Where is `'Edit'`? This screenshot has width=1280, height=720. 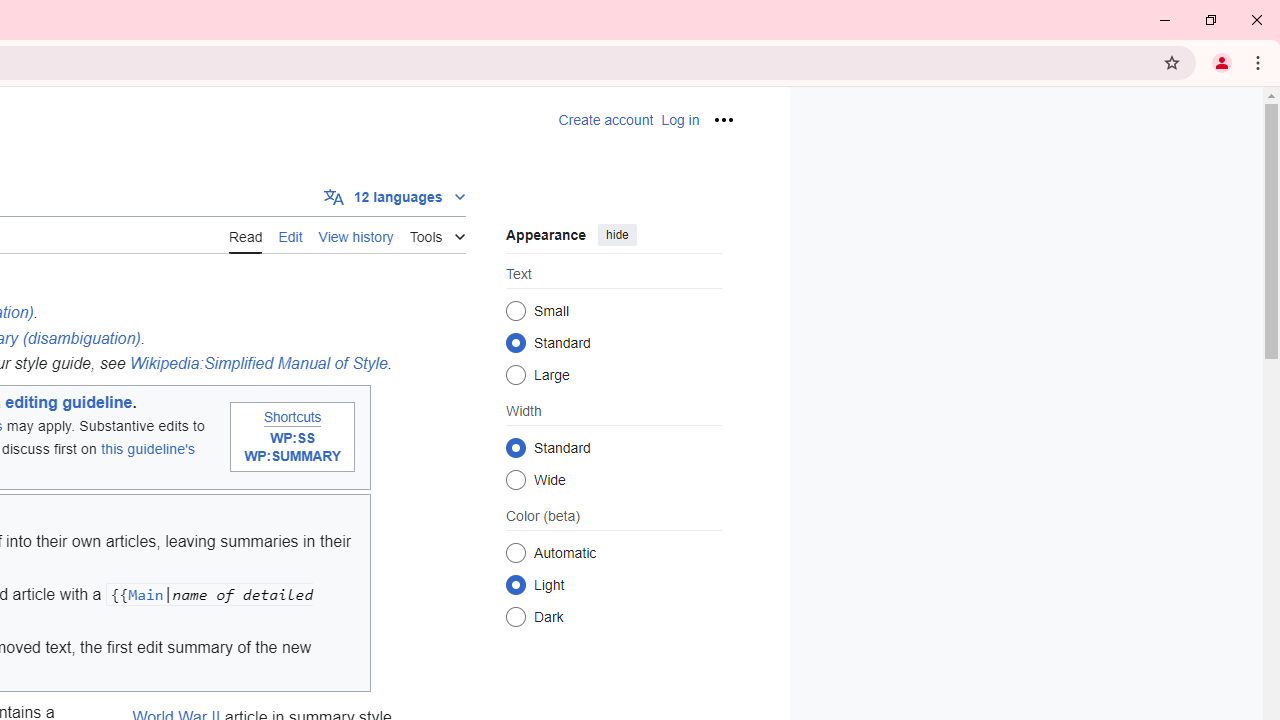
'Edit' is located at coordinates (289, 234).